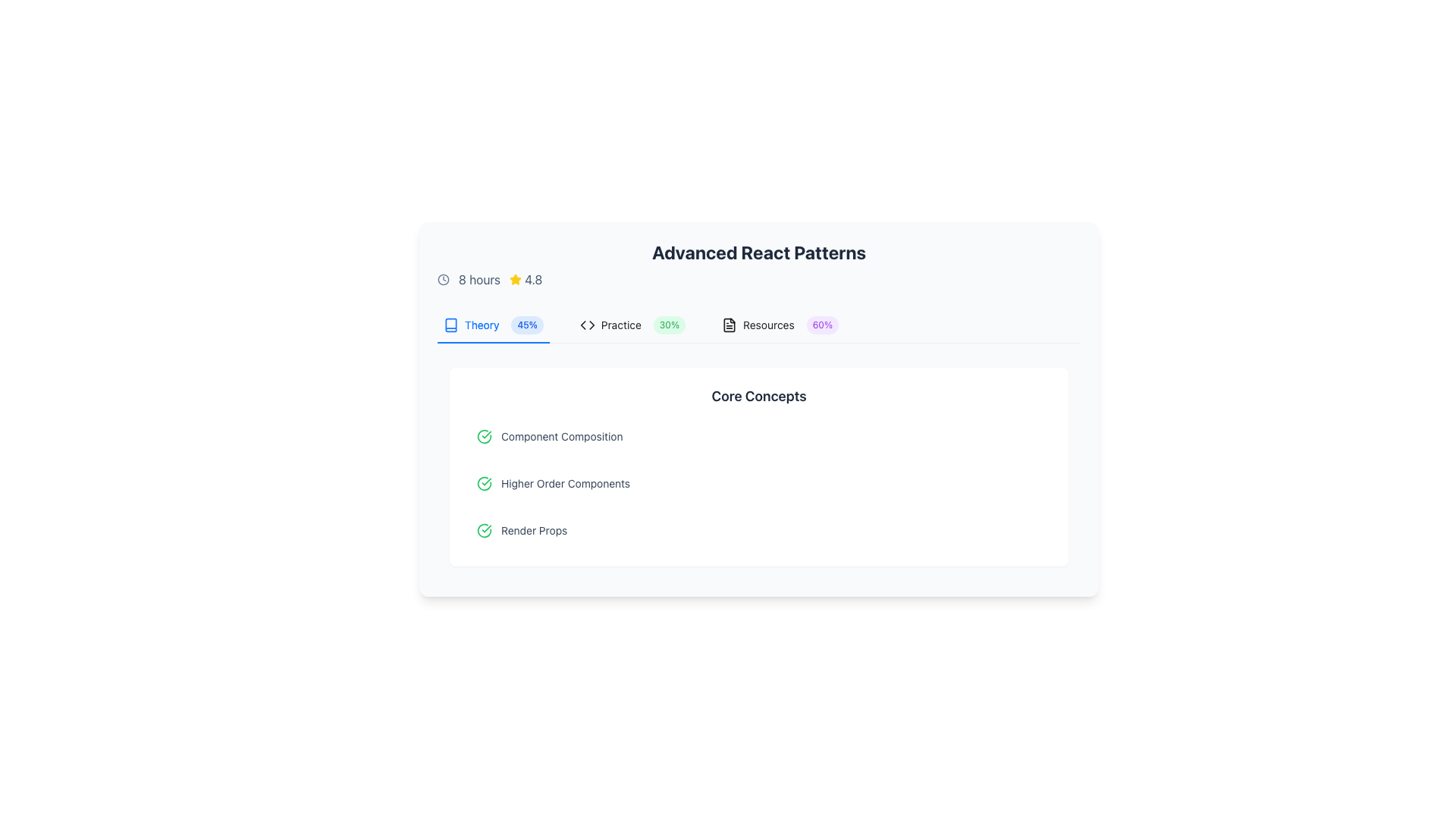 This screenshot has width=1456, height=819. What do you see at coordinates (483, 436) in the screenshot?
I see `the green circular icon with a checkmark inside, which indicates a positive status or completion, located at the top of the 'Core Concepts' section, associated with 'Component Composition'` at bounding box center [483, 436].